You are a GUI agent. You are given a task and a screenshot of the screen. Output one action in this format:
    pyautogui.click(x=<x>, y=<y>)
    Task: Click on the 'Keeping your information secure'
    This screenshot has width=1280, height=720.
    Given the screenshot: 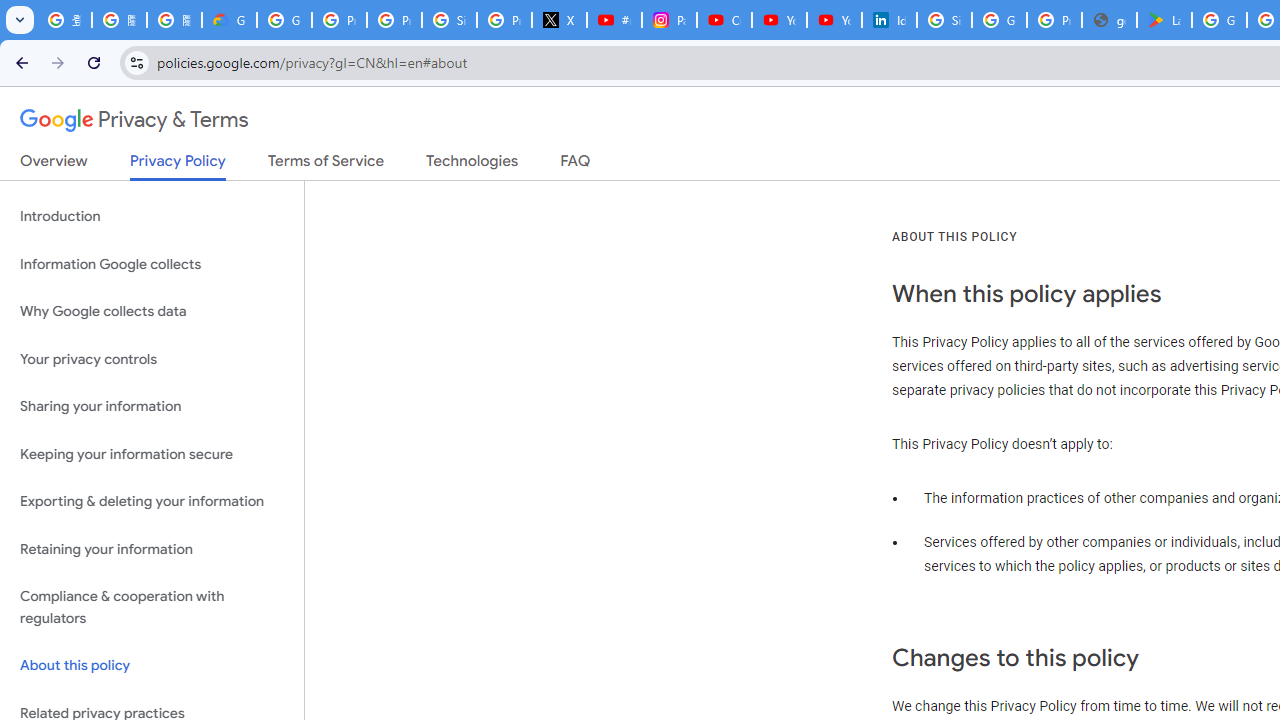 What is the action you would take?
    pyautogui.click(x=151, y=454)
    